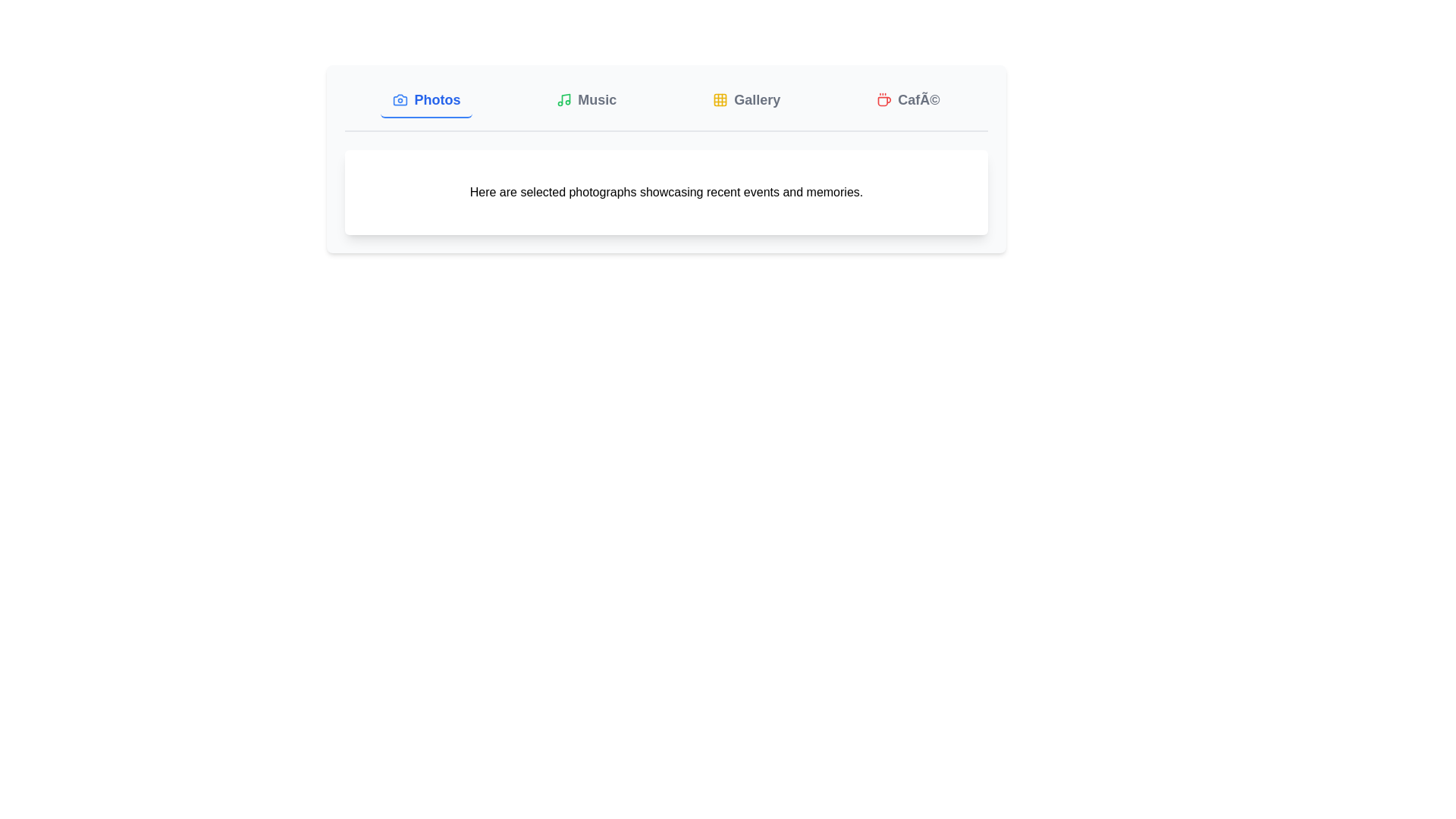 The height and width of the screenshot is (819, 1456). Describe the element at coordinates (585, 100) in the screenshot. I see `the 'Music' tab button in the navigation bar, which features a green music note icon and is positioned between the 'Photos' and 'Gallery' tabs` at that location.